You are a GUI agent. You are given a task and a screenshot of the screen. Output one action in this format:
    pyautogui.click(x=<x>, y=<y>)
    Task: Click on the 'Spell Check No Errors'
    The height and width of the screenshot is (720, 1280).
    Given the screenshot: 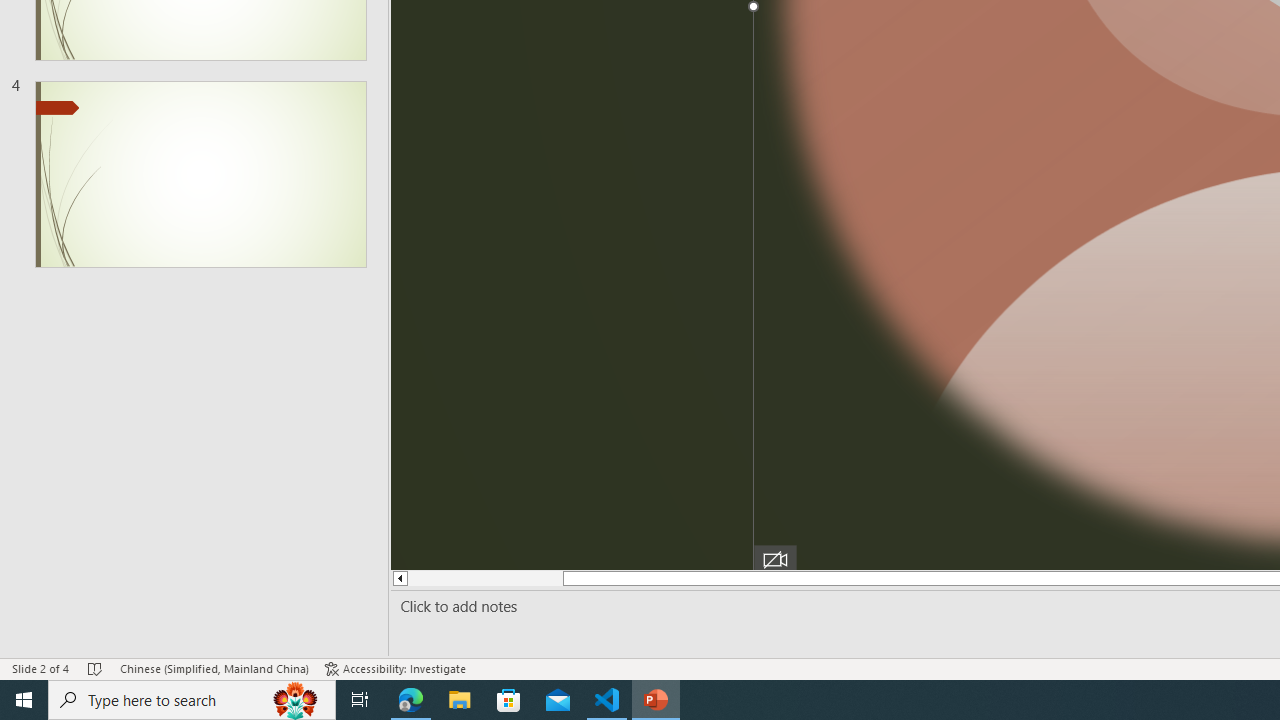 What is the action you would take?
    pyautogui.click(x=95, y=669)
    